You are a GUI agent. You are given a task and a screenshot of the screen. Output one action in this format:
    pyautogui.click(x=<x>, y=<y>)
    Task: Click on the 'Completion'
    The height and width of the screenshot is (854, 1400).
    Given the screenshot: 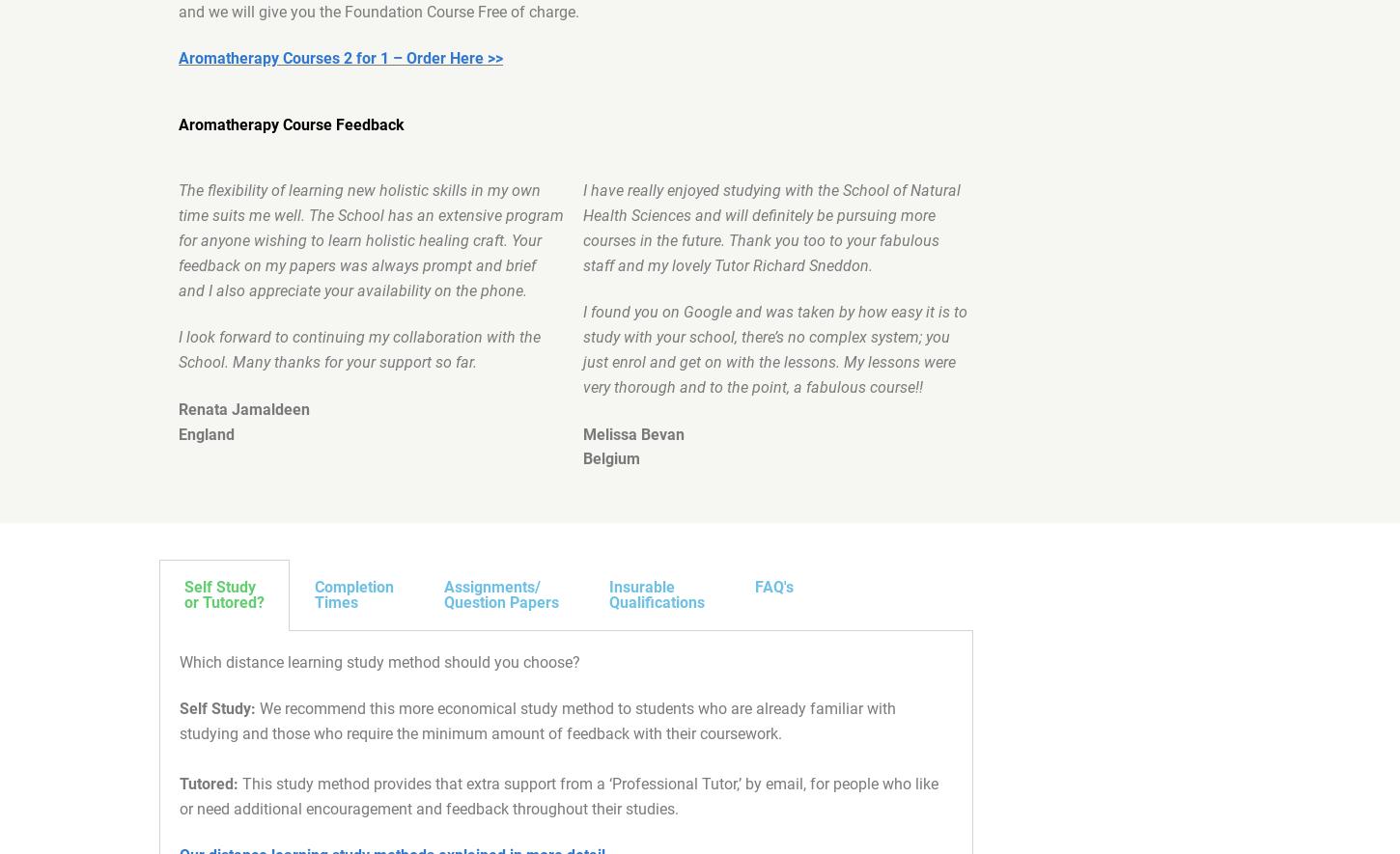 What is the action you would take?
    pyautogui.click(x=352, y=585)
    